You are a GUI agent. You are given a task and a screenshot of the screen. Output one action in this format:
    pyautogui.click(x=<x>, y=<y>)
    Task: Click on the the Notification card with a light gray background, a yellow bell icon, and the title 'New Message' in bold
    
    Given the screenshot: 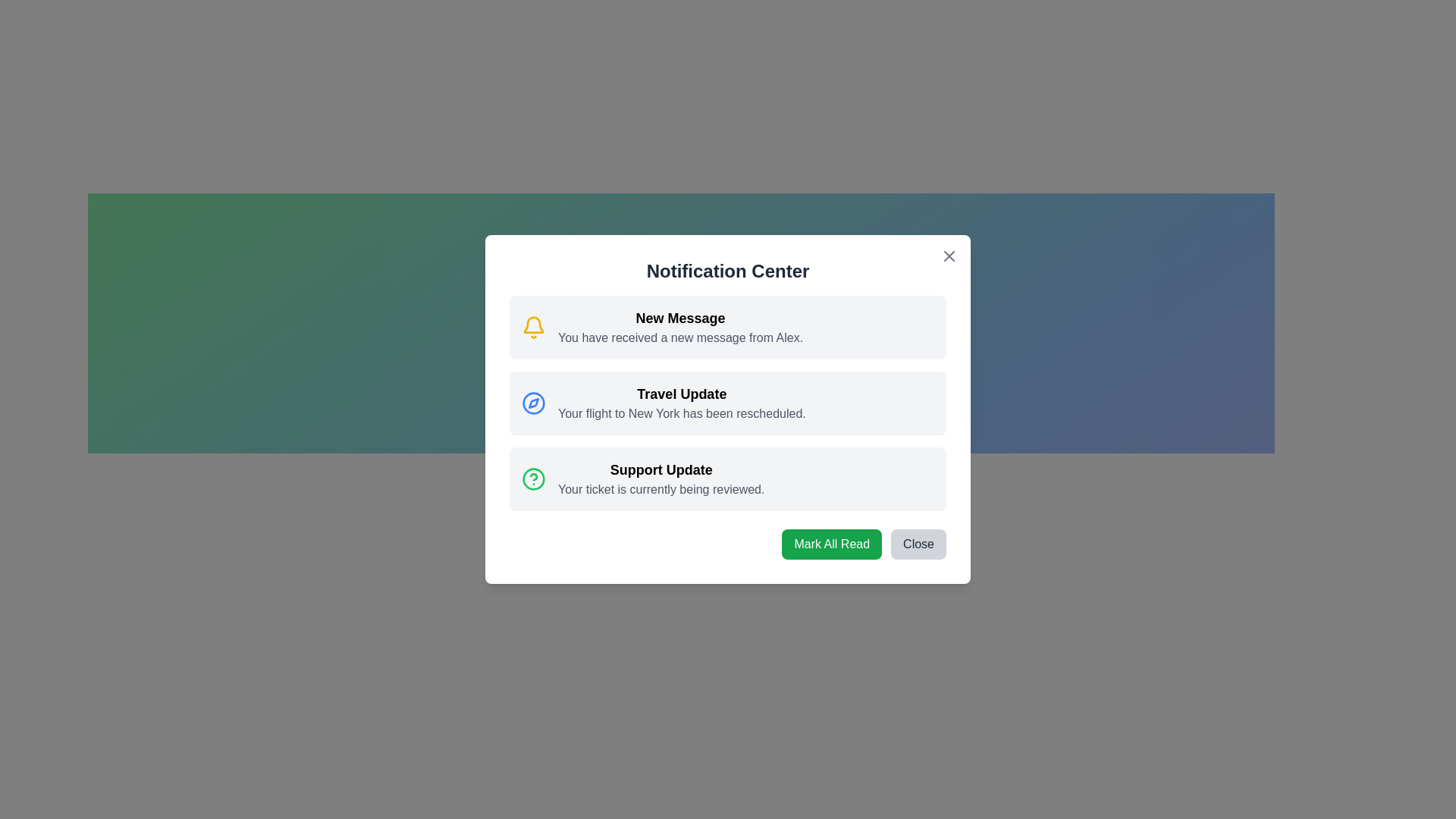 What is the action you would take?
    pyautogui.click(x=728, y=327)
    